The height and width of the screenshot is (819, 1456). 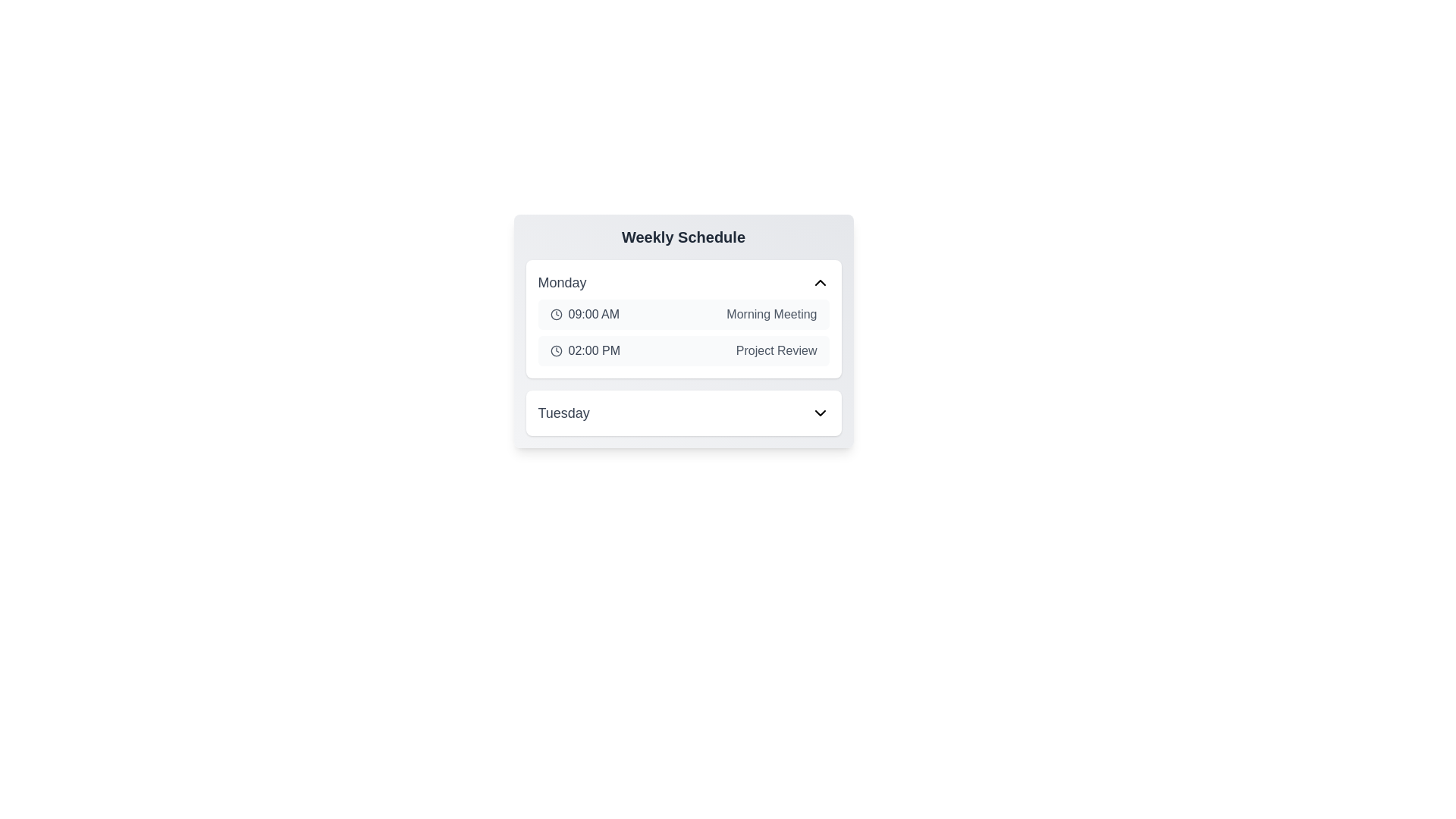 I want to click on the dropdown menu located below the 'Monday' section to navigate through the days of the week, so click(x=682, y=413).